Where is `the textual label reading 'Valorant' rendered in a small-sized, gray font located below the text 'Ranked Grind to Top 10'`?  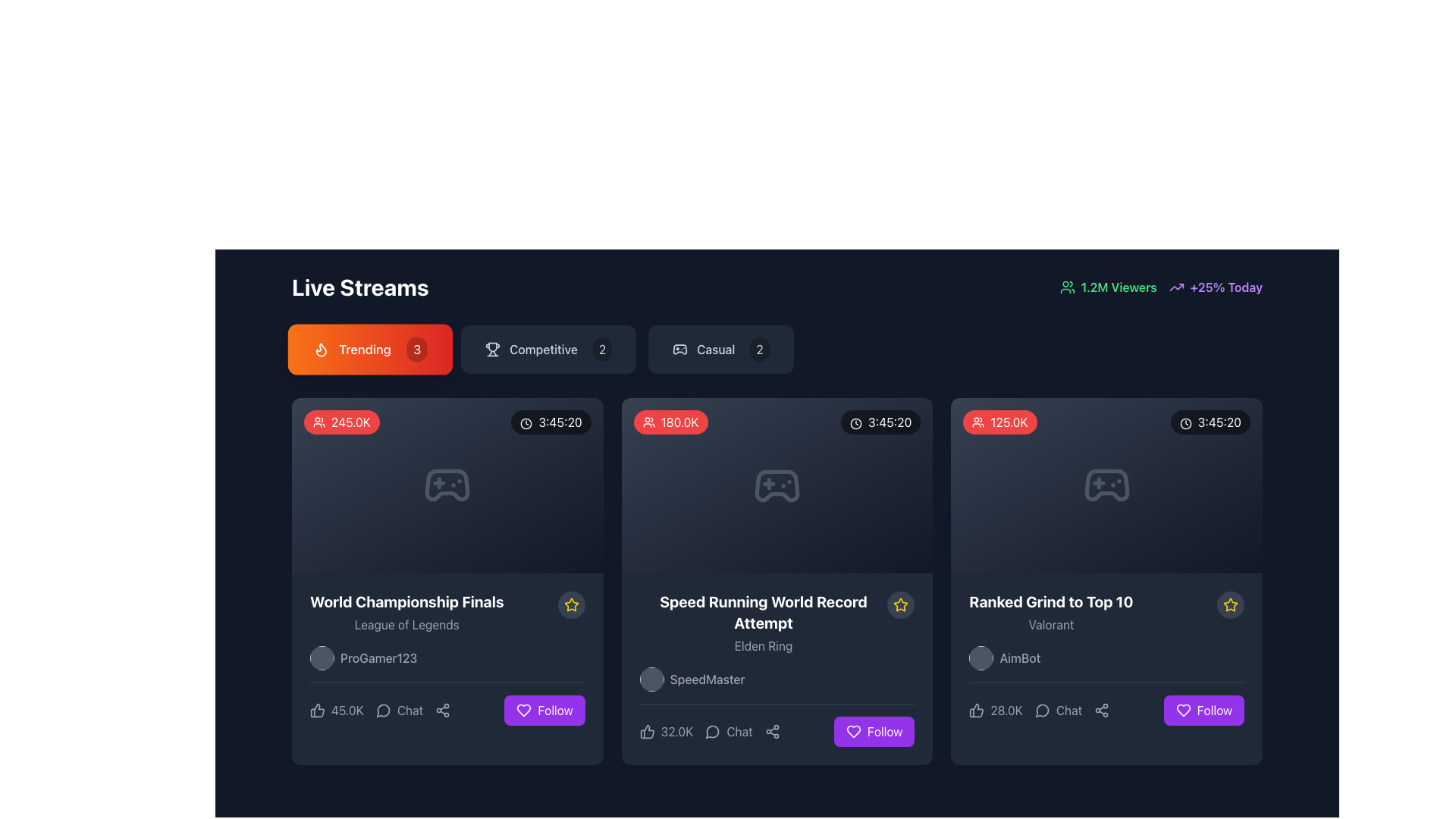
the textual label reading 'Valorant' rendered in a small-sized, gray font located below the text 'Ranked Grind to Top 10' is located at coordinates (1050, 624).